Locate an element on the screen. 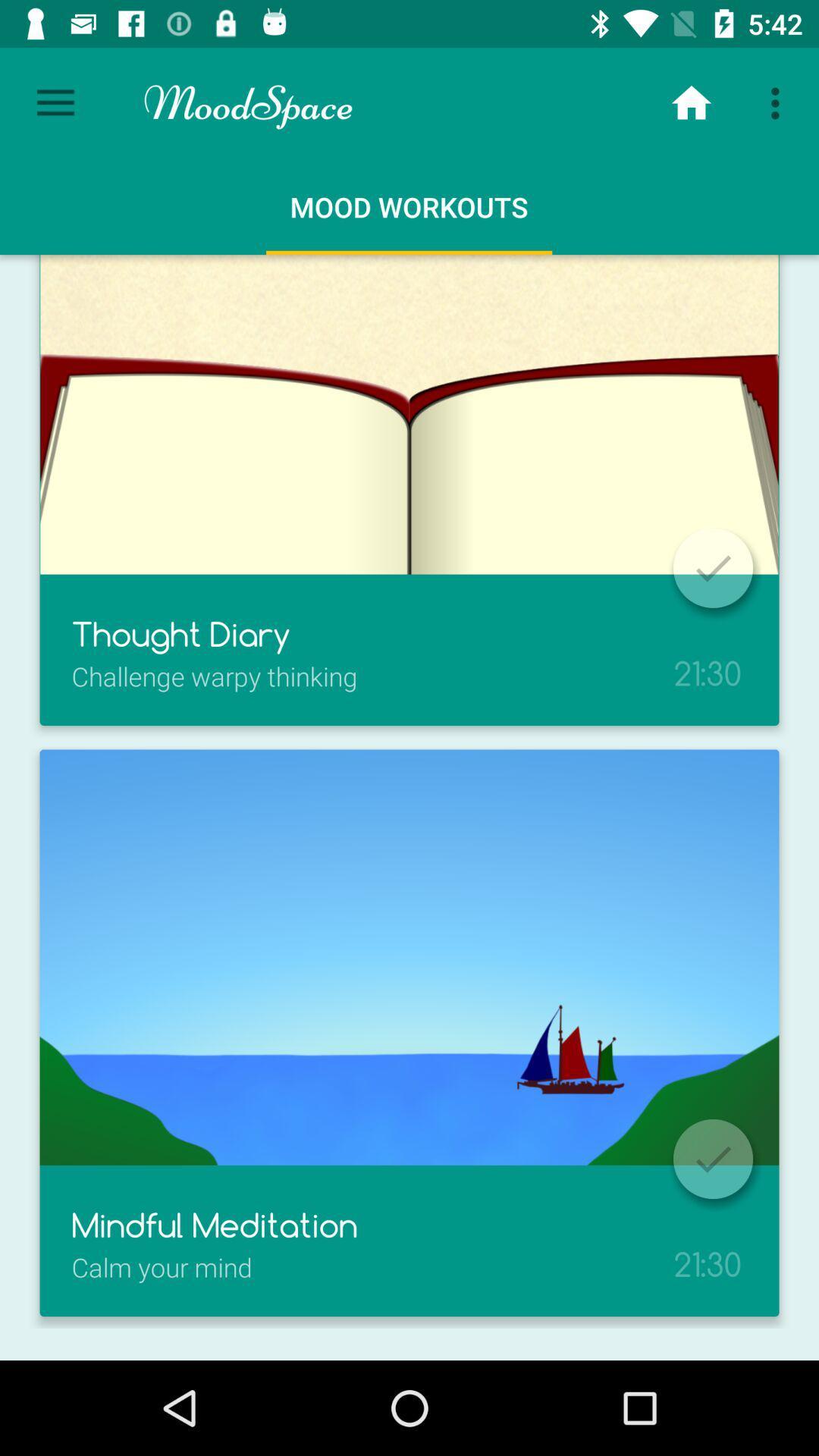 This screenshot has width=819, height=1456. diary is located at coordinates (713, 567).